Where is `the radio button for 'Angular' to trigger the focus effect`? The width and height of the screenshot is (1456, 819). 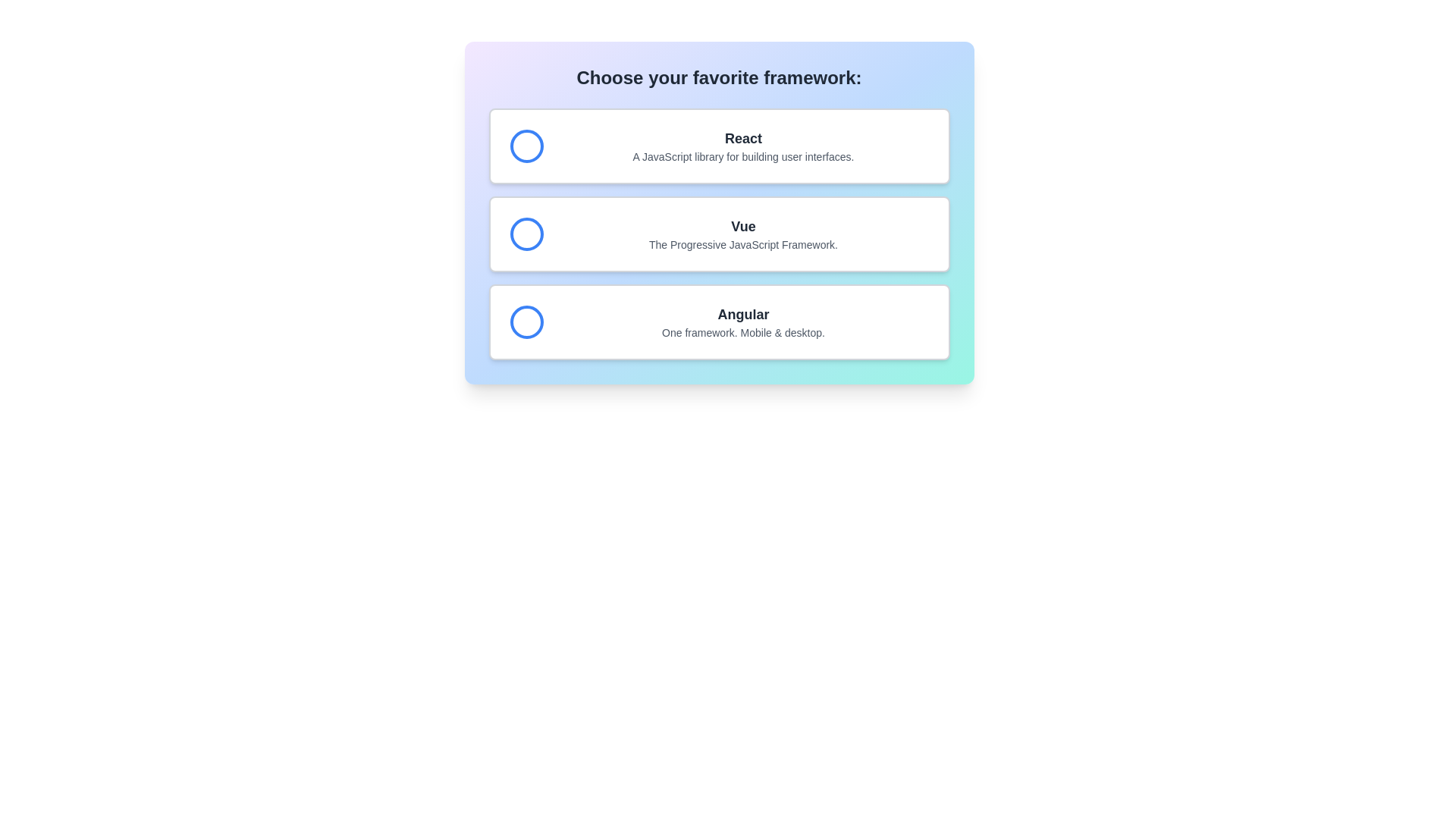
the radio button for 'Angular' to trigger the focus effect is located at coordinates (526, 321).